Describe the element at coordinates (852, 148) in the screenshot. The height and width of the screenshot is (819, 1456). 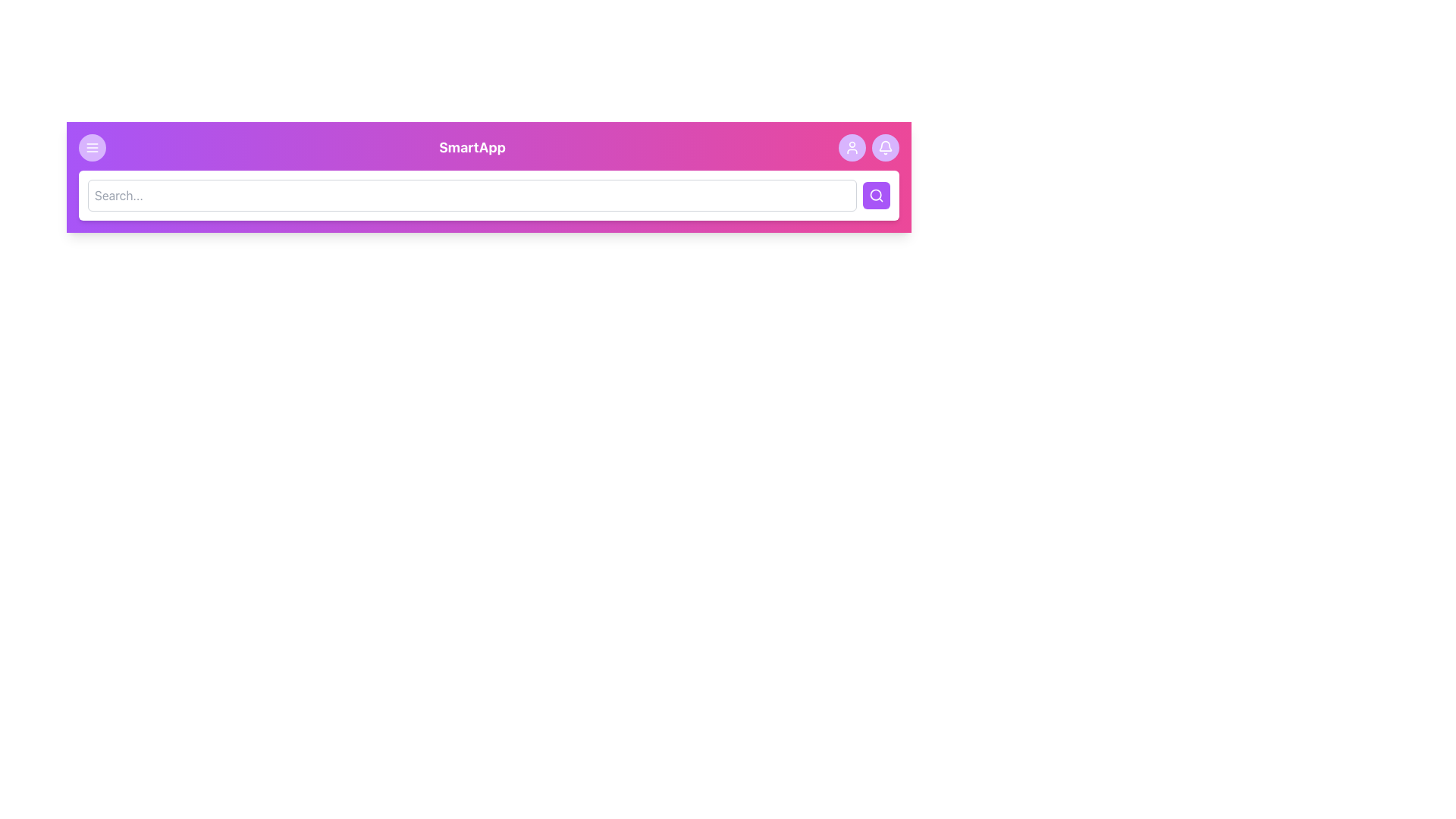
I see `the user profile icon, which is a small white outline drawing with a purple circular background located at the top-right corner of the interface` at that location.